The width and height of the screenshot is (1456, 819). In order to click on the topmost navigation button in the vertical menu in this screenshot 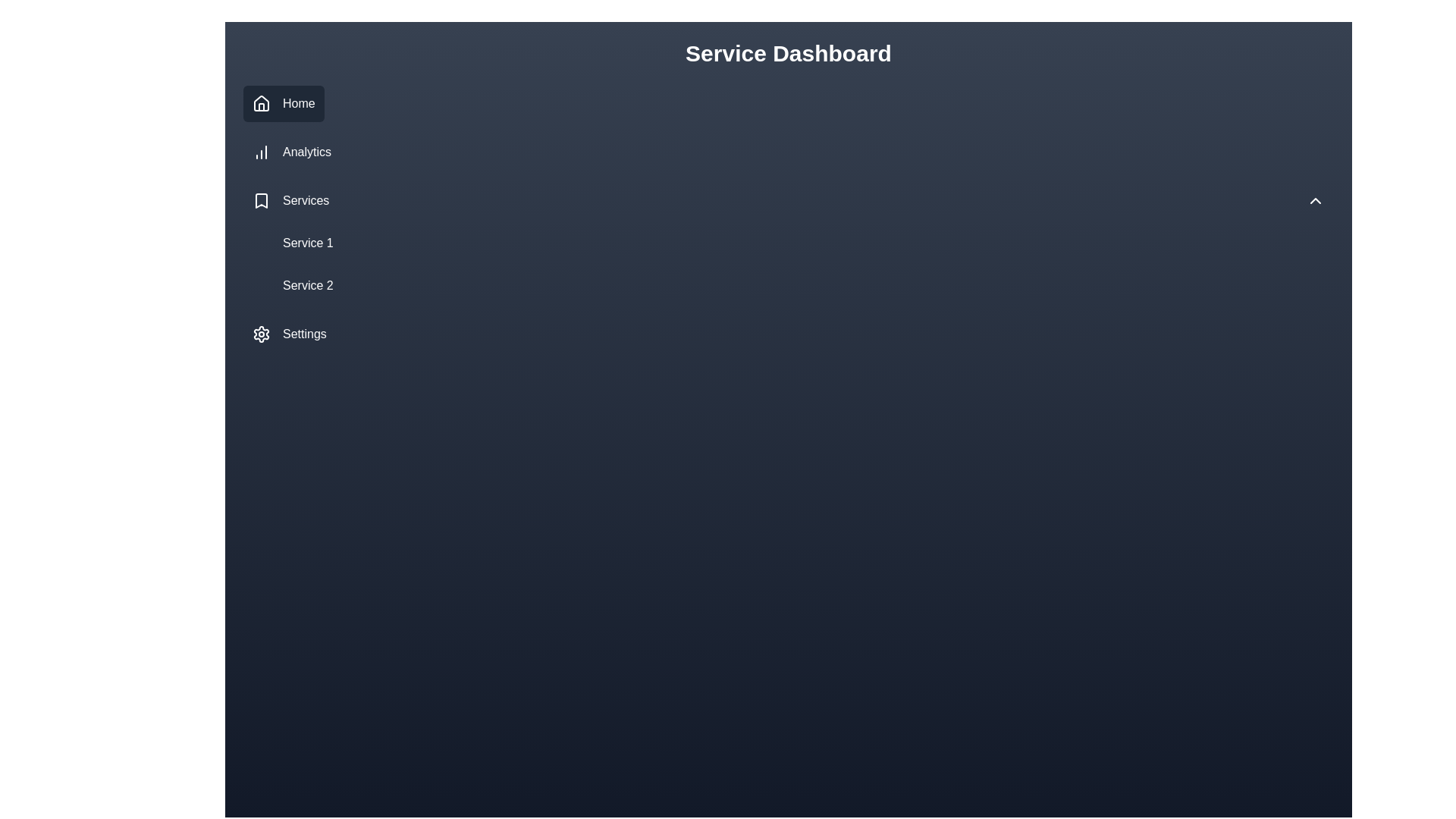, I will do `click(284, 103)`.